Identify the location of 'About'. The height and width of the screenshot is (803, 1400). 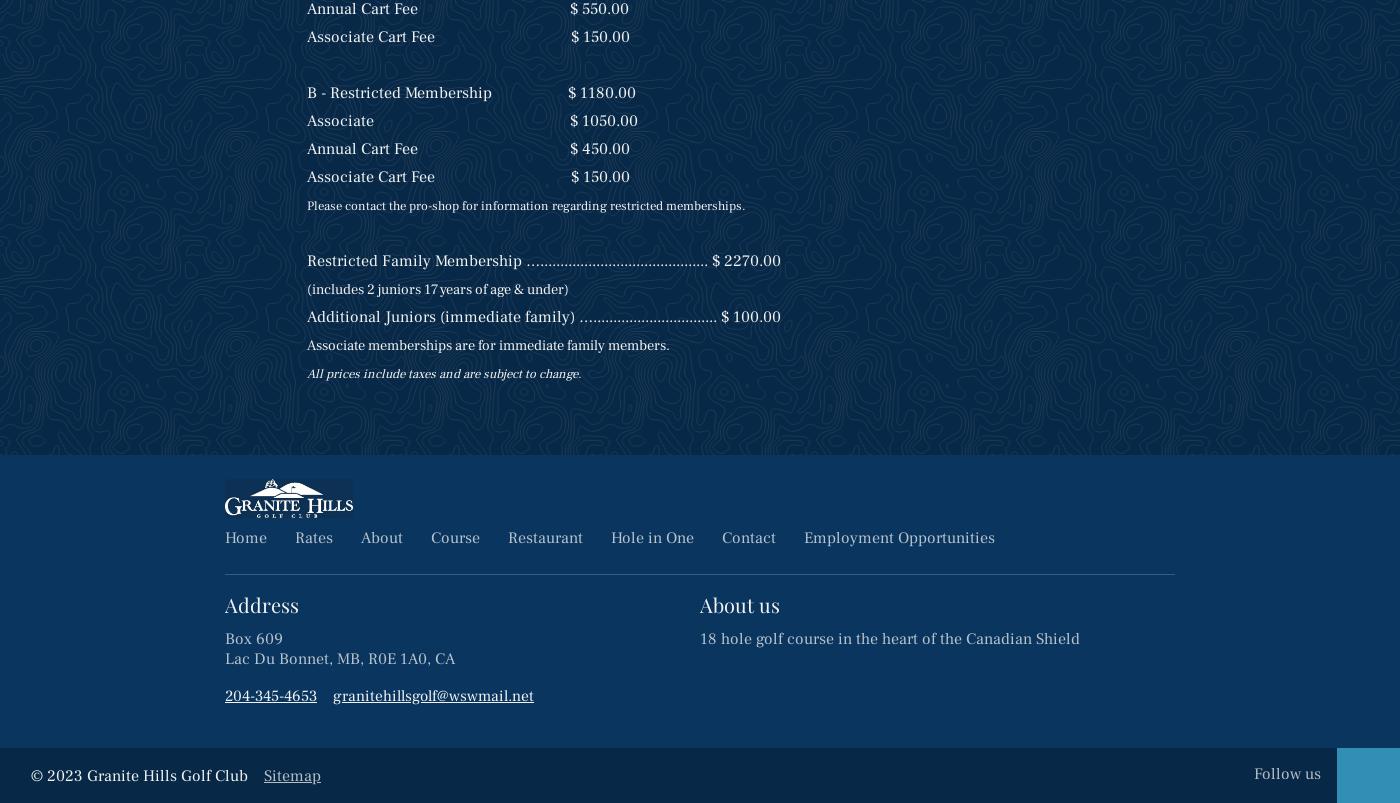
(382, 536).